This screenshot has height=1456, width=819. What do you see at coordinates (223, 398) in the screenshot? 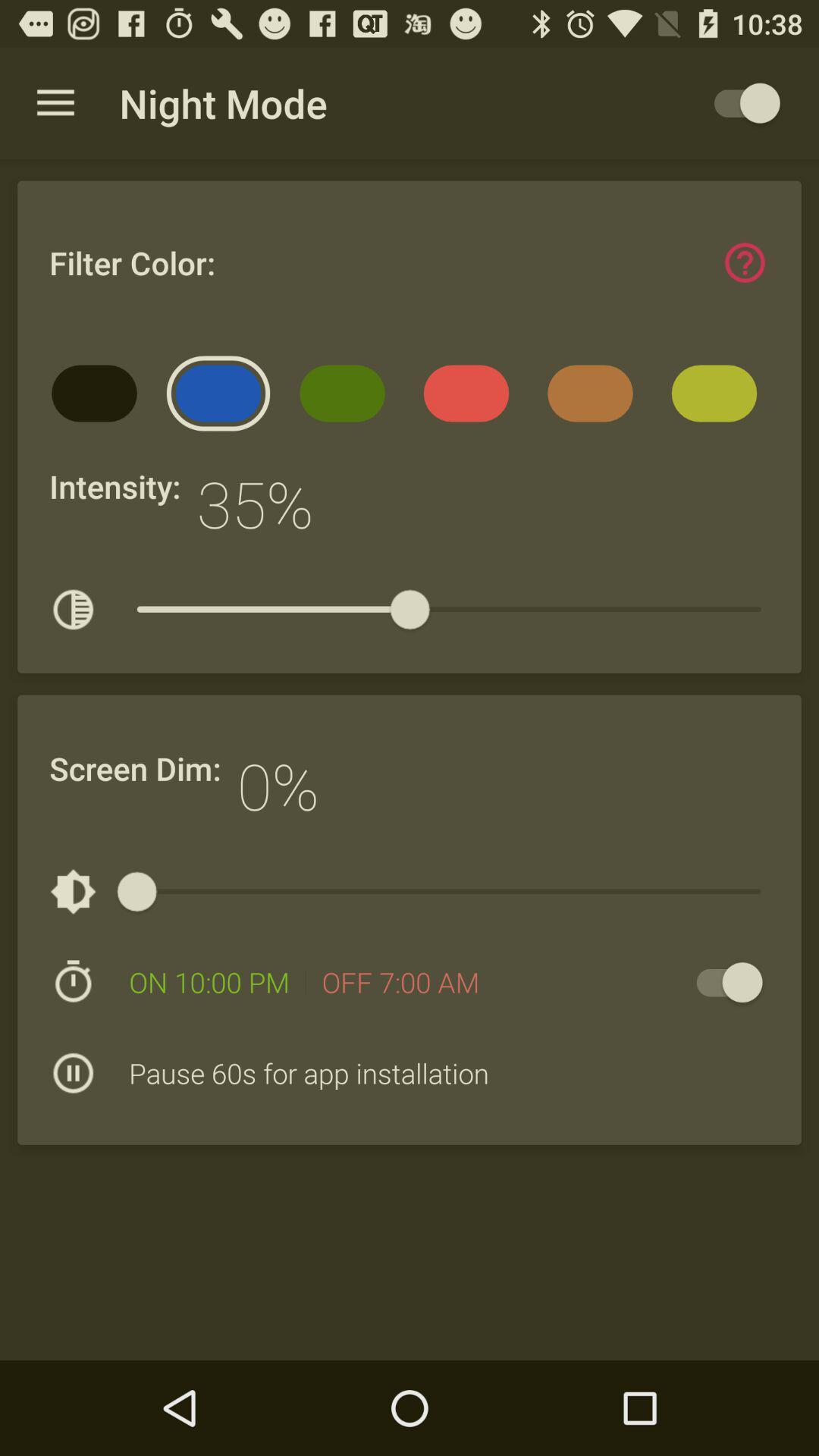
I see `the icon below the filter color:` at bounding box center [223, 398].